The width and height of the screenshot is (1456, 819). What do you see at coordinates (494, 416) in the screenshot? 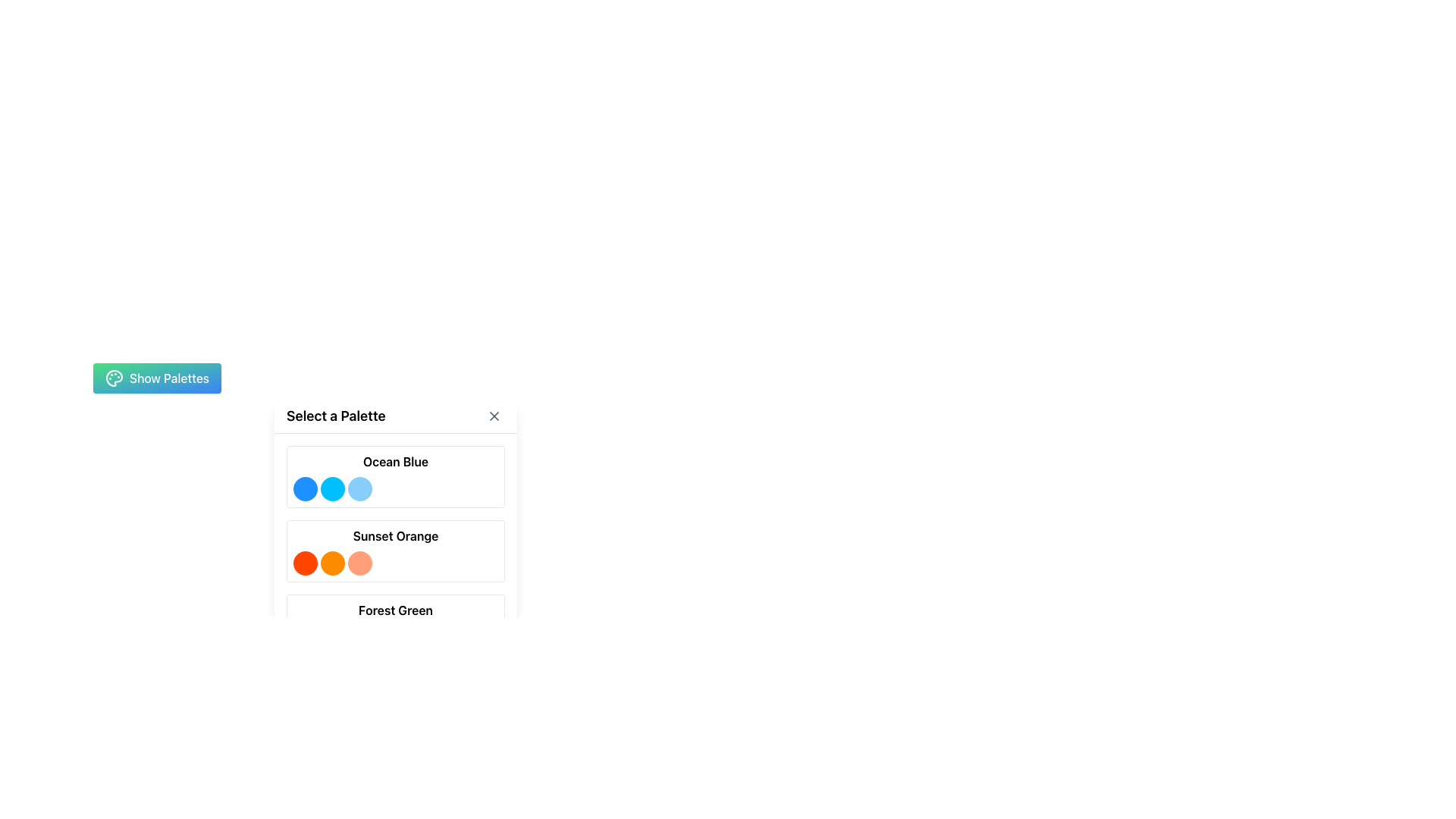
I see `the close button located at the far right of the 'Select a Palette' panel` at bounding box center [494, 416].